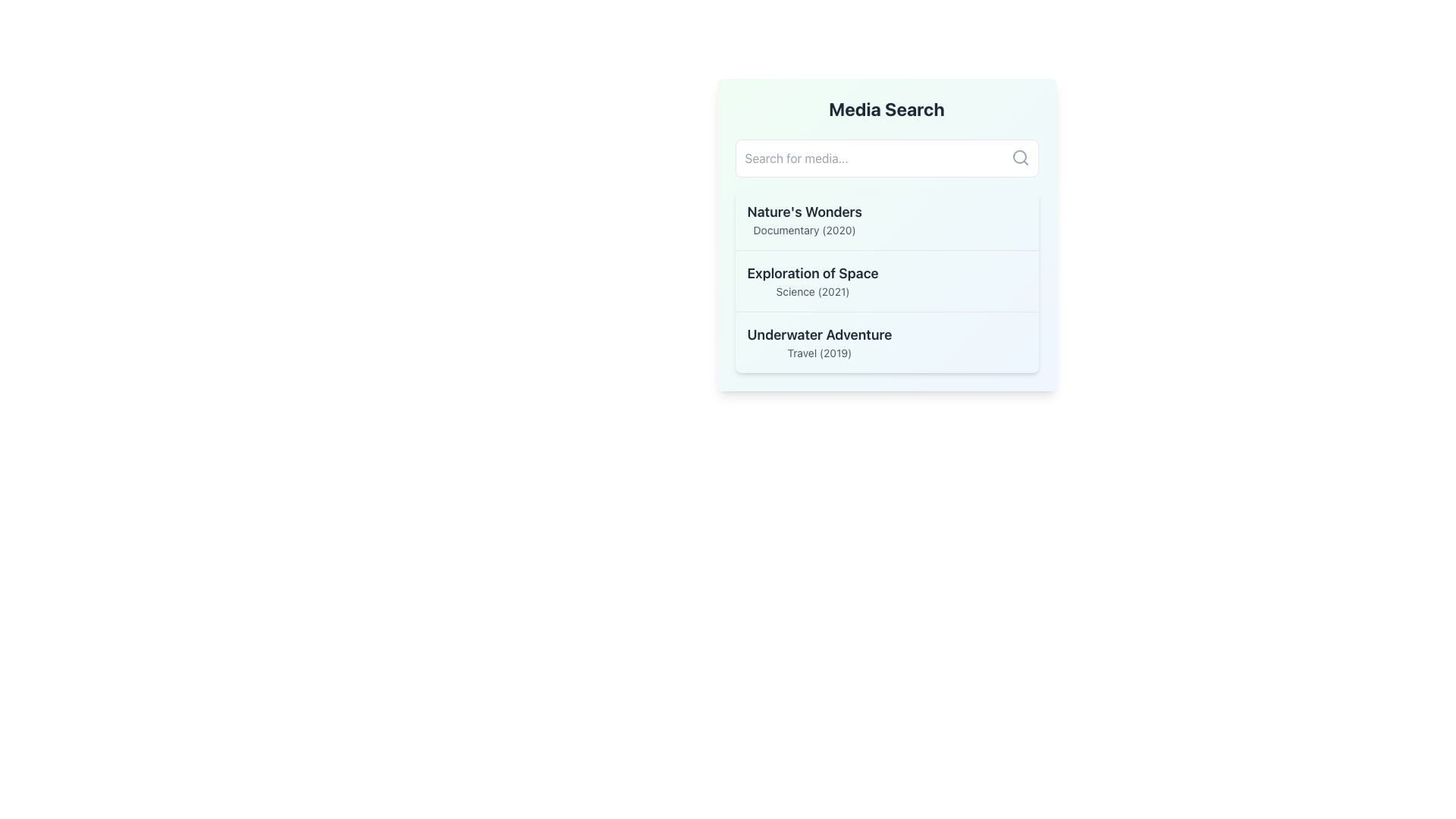 Image resolution: width=1456 pixels, height=819 pixels. Describe the element at coordinates (804, 219) in the screenshot. I see `the text block displaying the documentary titled 'Nature's Wonders', which is the first item in the 'Media Search' panel` at that location.